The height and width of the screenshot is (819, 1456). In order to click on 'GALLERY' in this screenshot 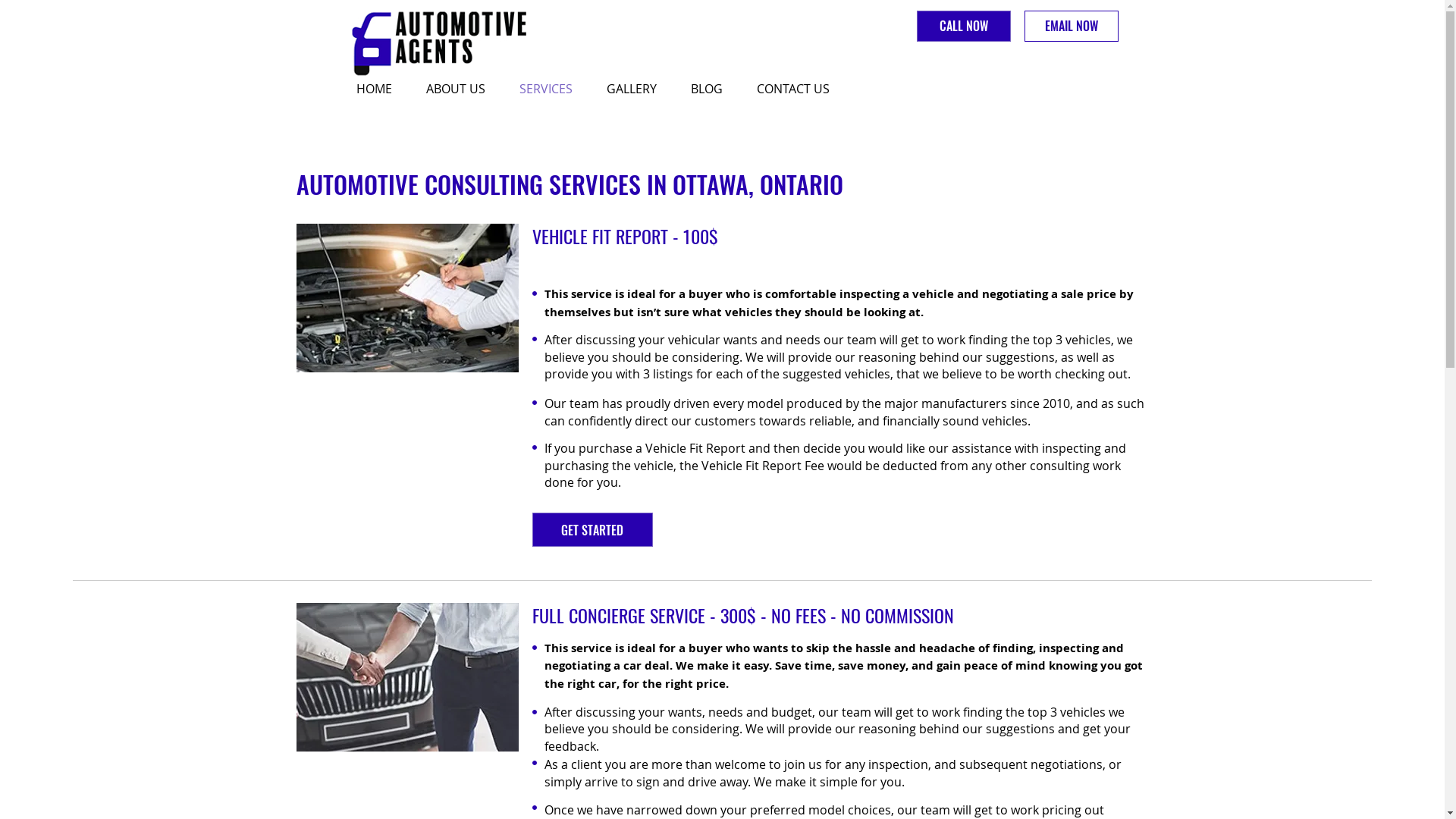, I will do `click(636, 88)`.